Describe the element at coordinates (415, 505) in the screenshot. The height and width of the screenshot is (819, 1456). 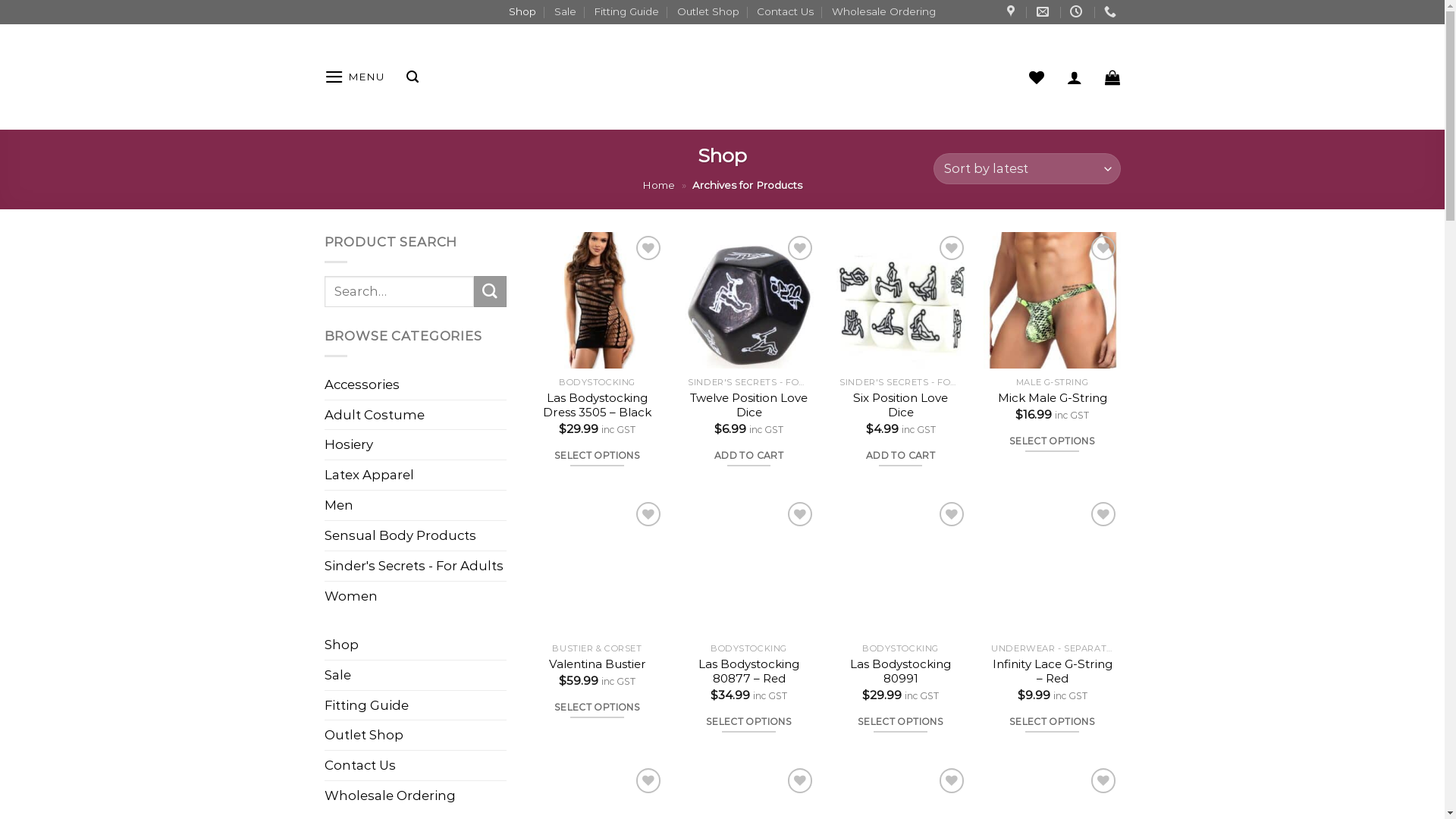
I see `'Men'` at that location.